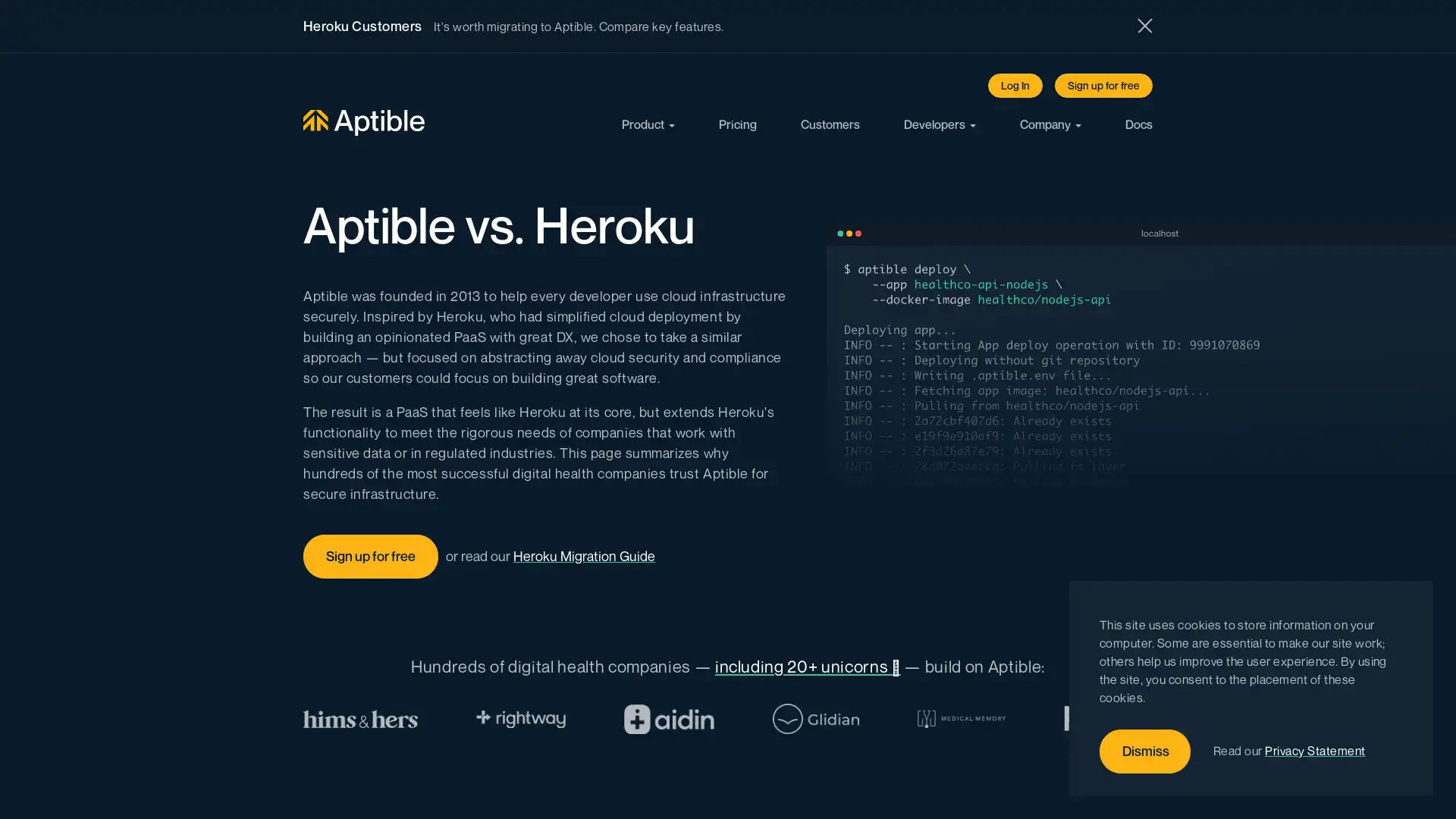  I want to click on Sign up for free, so click(371, 556).